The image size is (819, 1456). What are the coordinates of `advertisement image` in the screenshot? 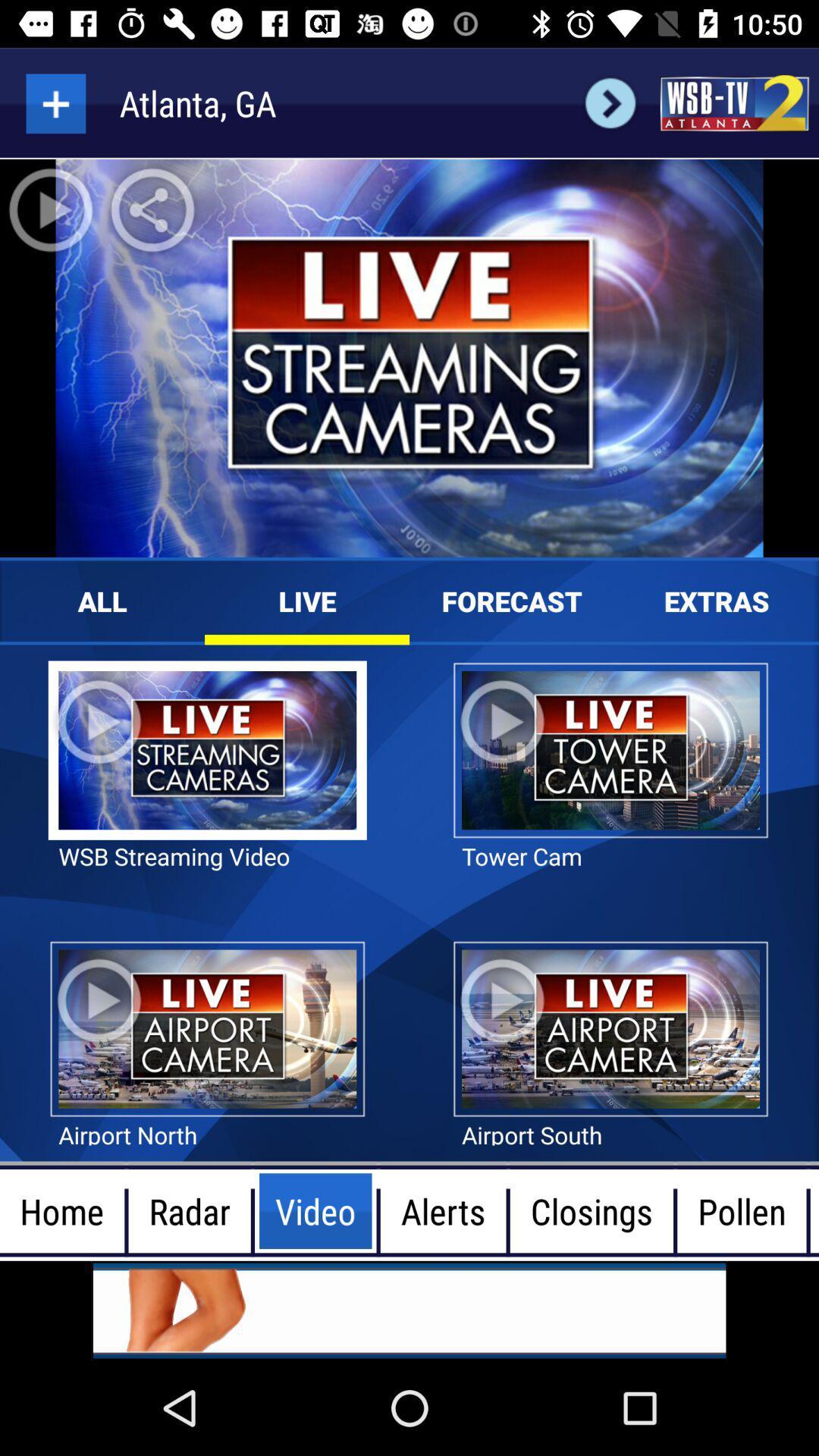 It's located at (409, 1310).